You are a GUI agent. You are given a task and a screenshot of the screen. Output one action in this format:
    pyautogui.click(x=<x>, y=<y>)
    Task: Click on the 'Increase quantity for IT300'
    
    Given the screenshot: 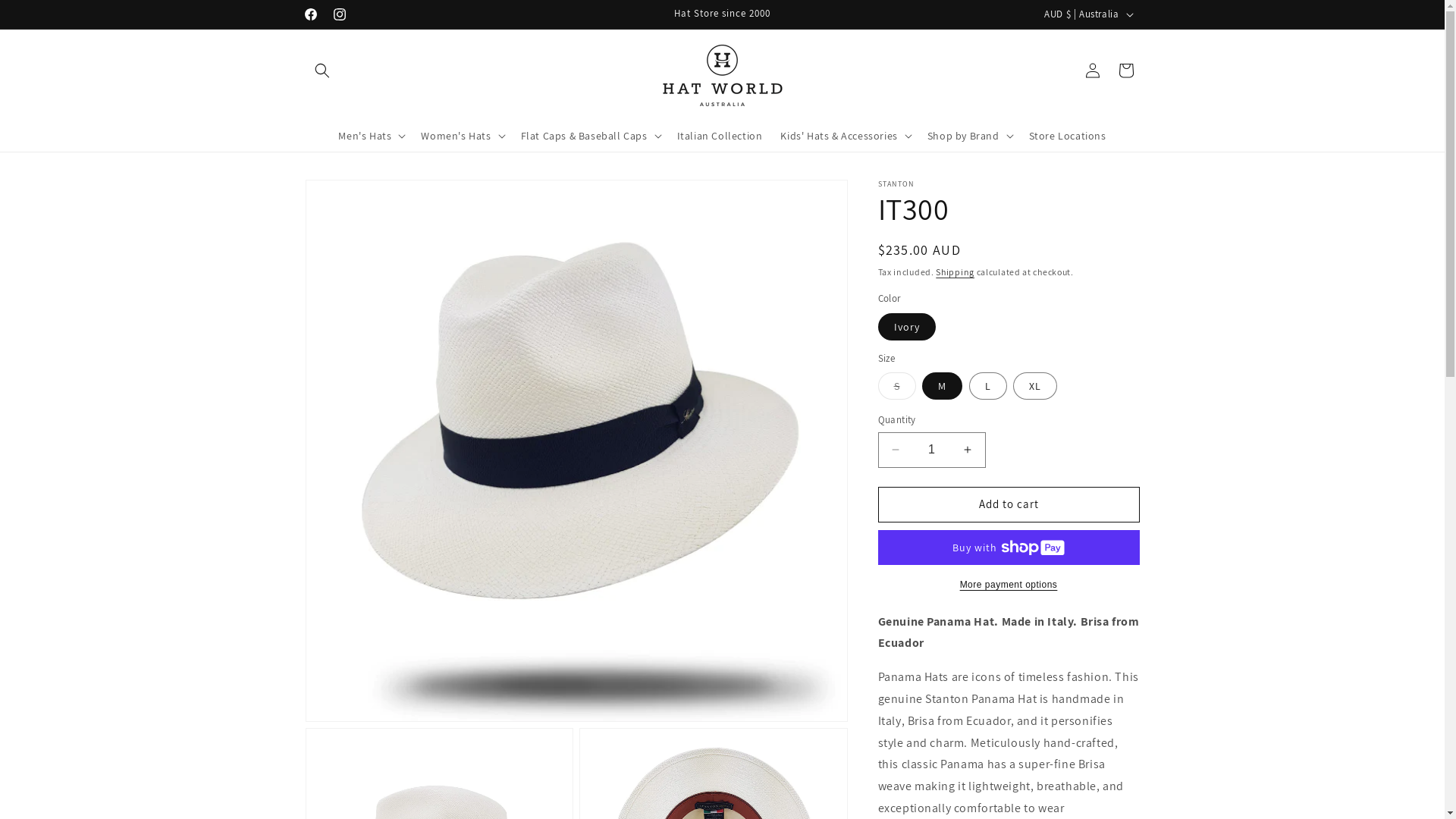 What is the action you would take?
    pyautogui.click(x=967, y=449)
    